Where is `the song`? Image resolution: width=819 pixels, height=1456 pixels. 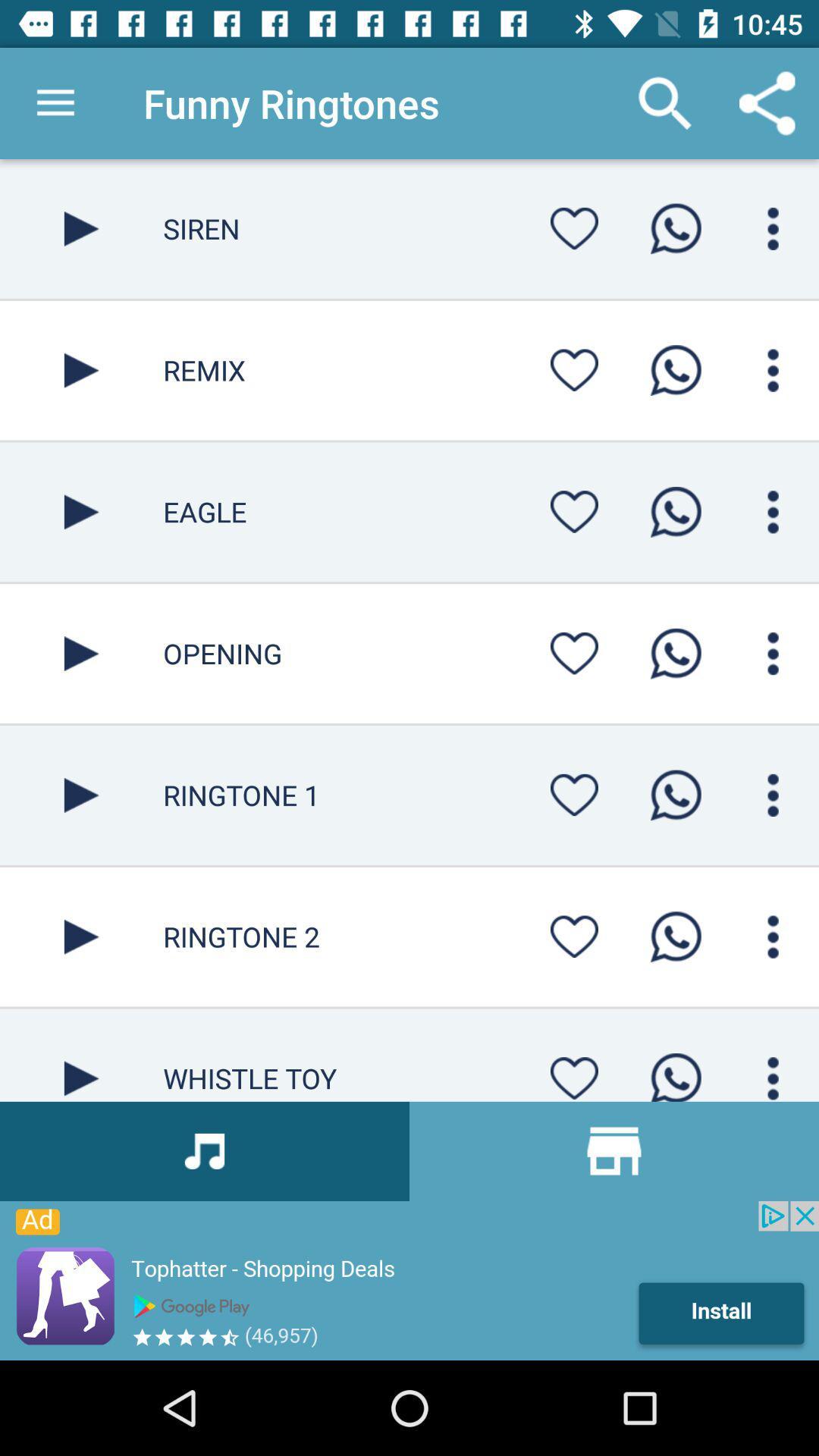
the song is located at coordinates (81, 794).